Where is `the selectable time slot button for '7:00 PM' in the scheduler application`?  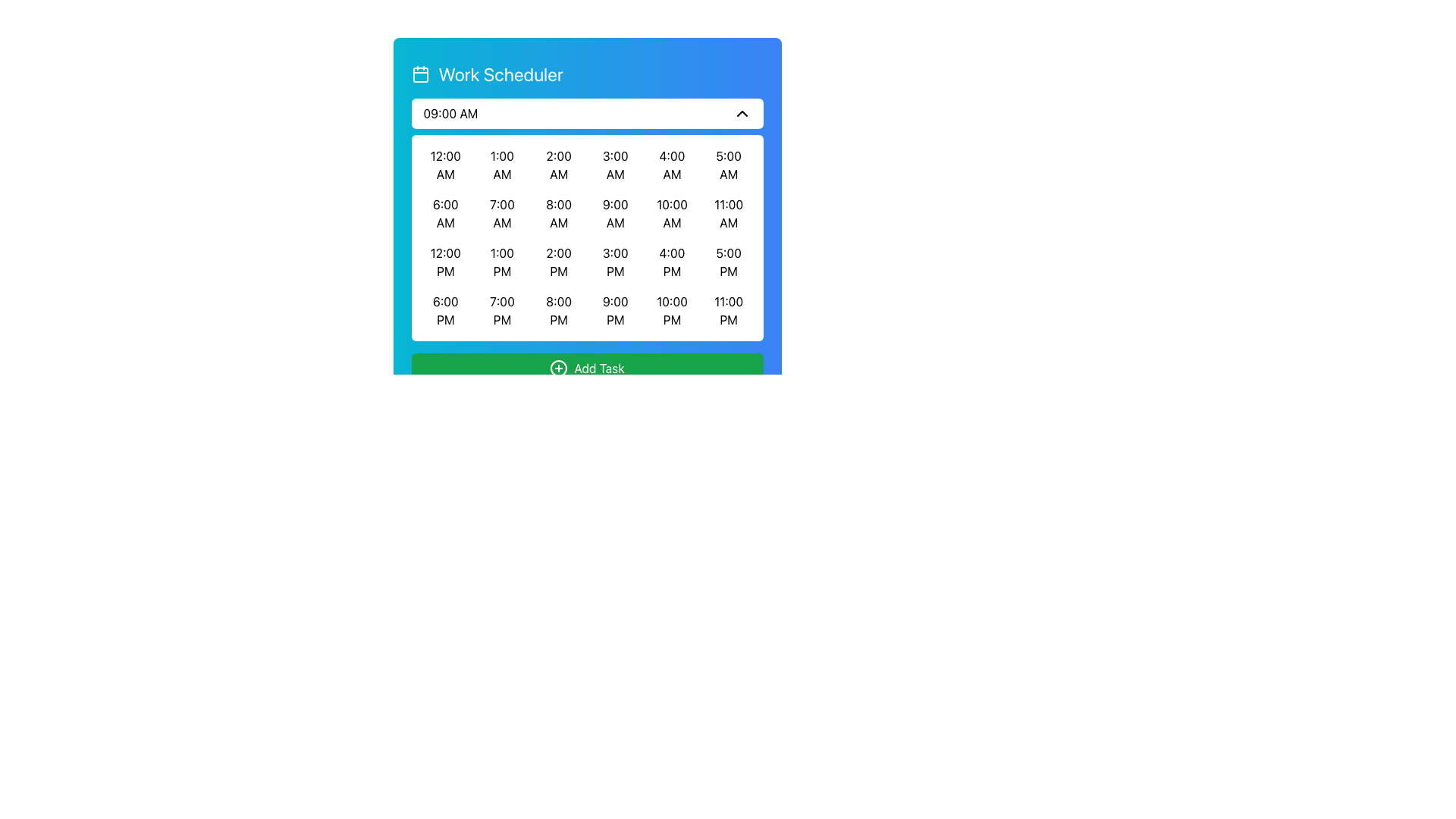
the selectable time slot button for '7:00 PM' in the scheduler application is located at coordinates (502, 309).